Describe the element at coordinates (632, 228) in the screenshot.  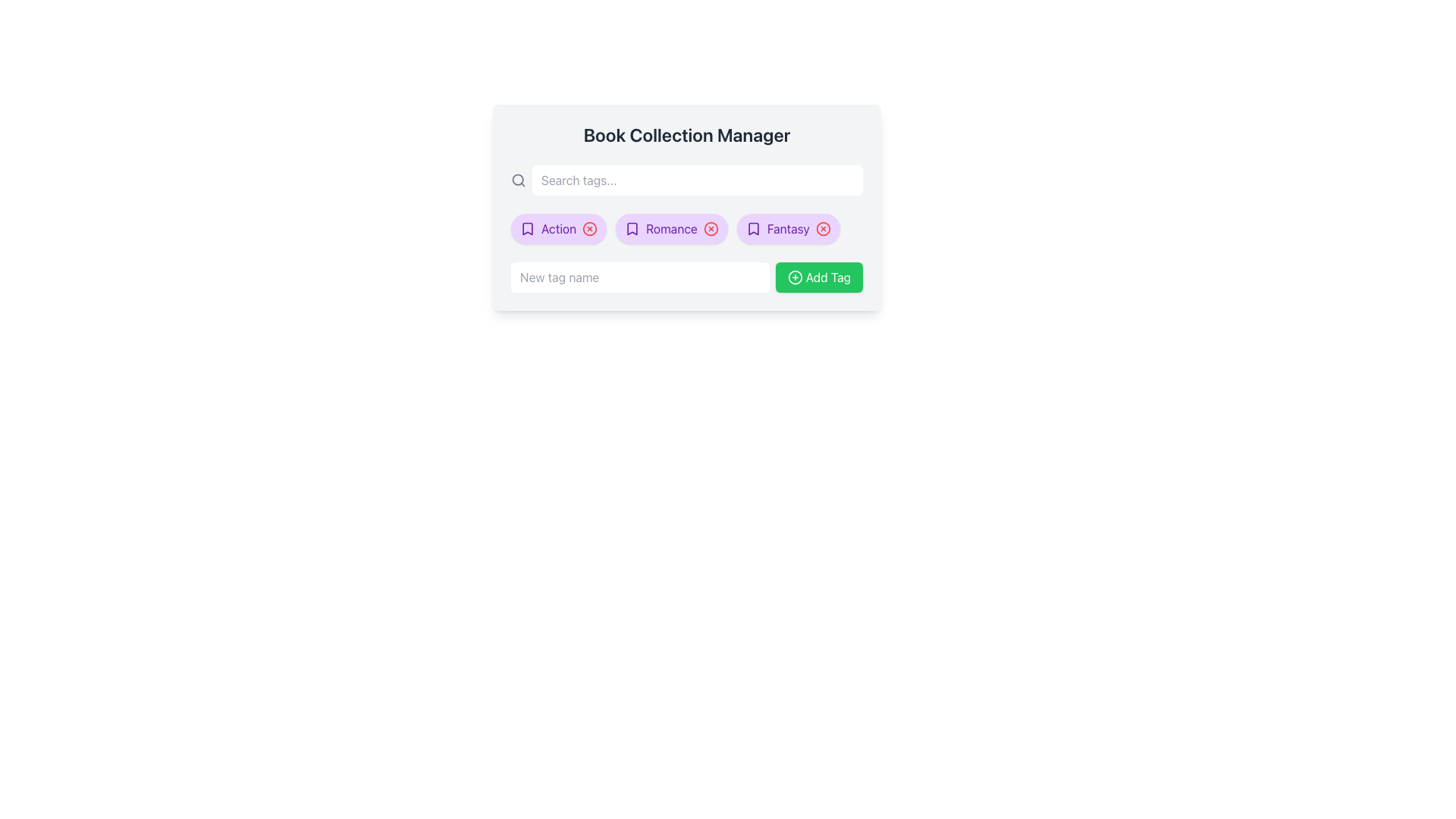
I see `the bookmark icon located to the left of the 'Romance' text in the tag component` at that location.